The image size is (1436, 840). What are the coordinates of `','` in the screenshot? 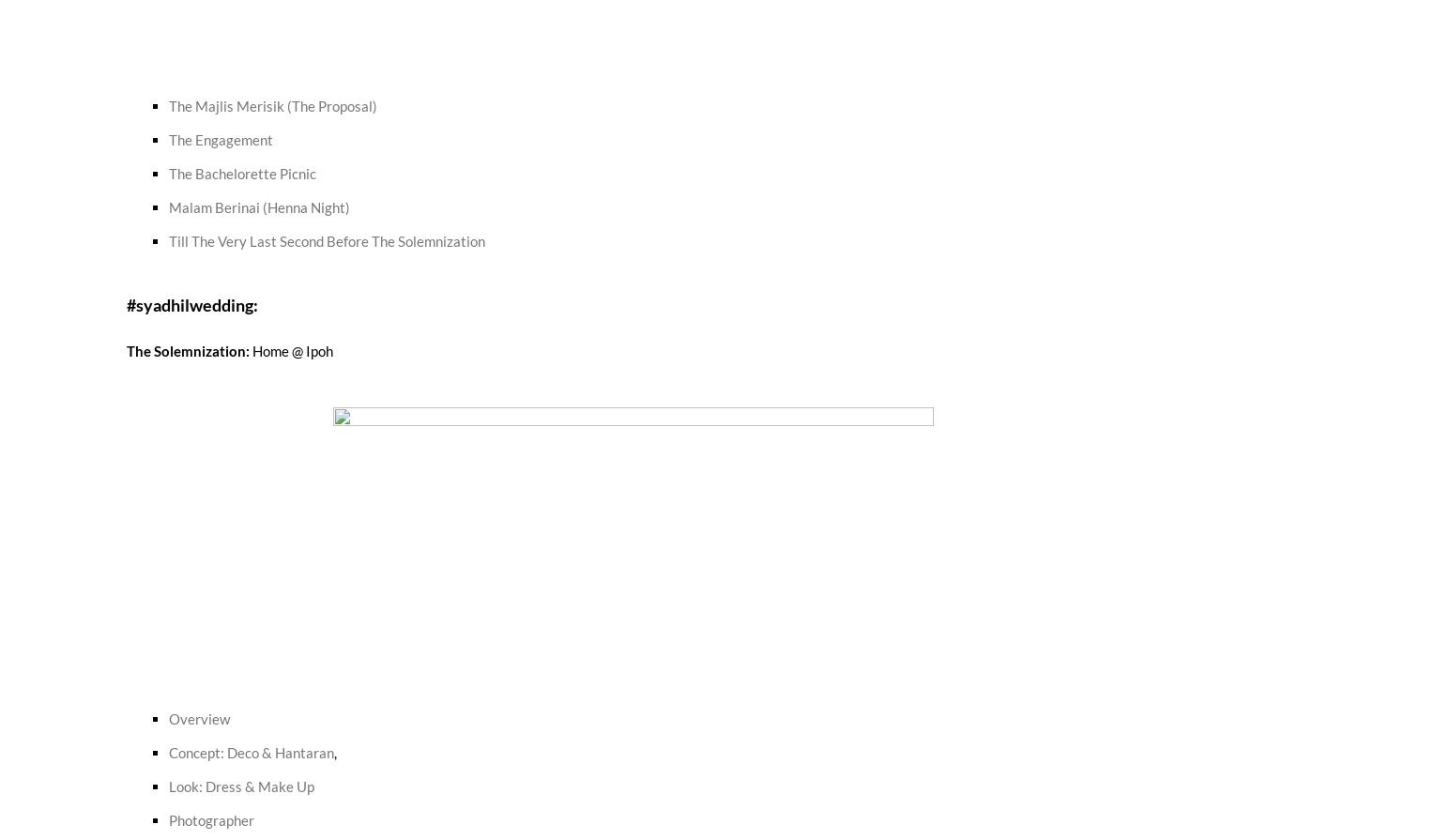 It's located at (336, 751).